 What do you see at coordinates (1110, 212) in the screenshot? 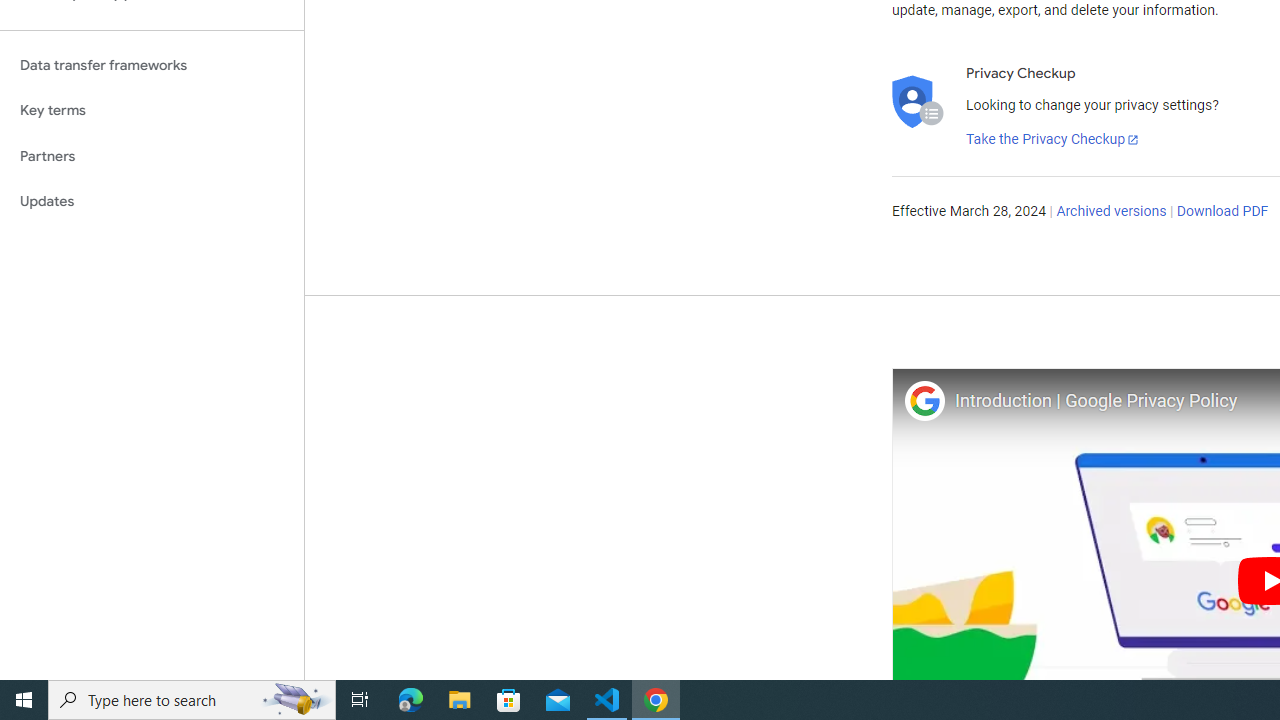
I see `'Archived versions'` at bounding box center [1110, 212].